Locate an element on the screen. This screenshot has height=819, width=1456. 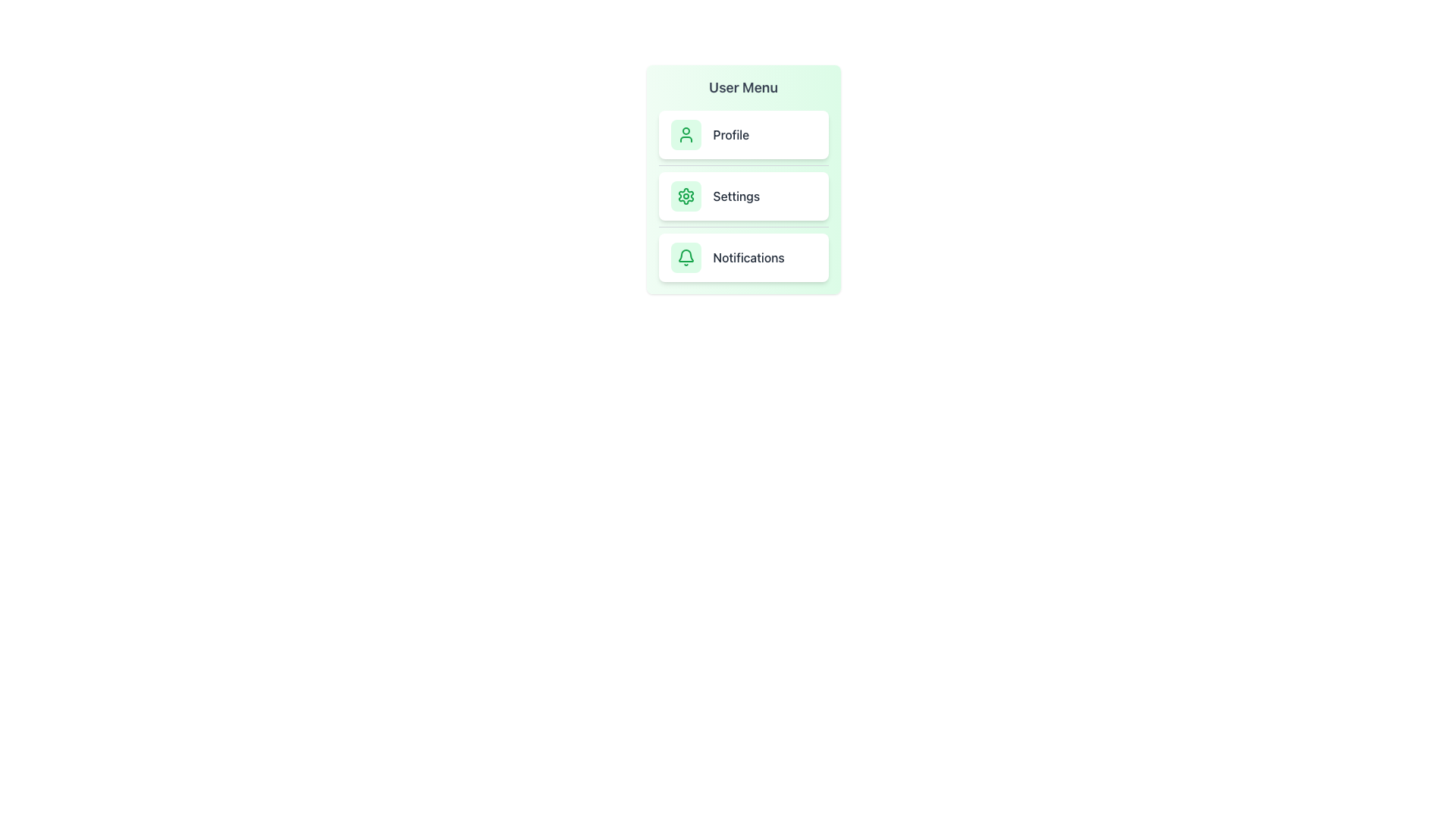
the user profile icon located within the 'Profile' button in the user menu, which serves as a decorative or indicative icon representing the user profile option is located at coordinates (685, 133).